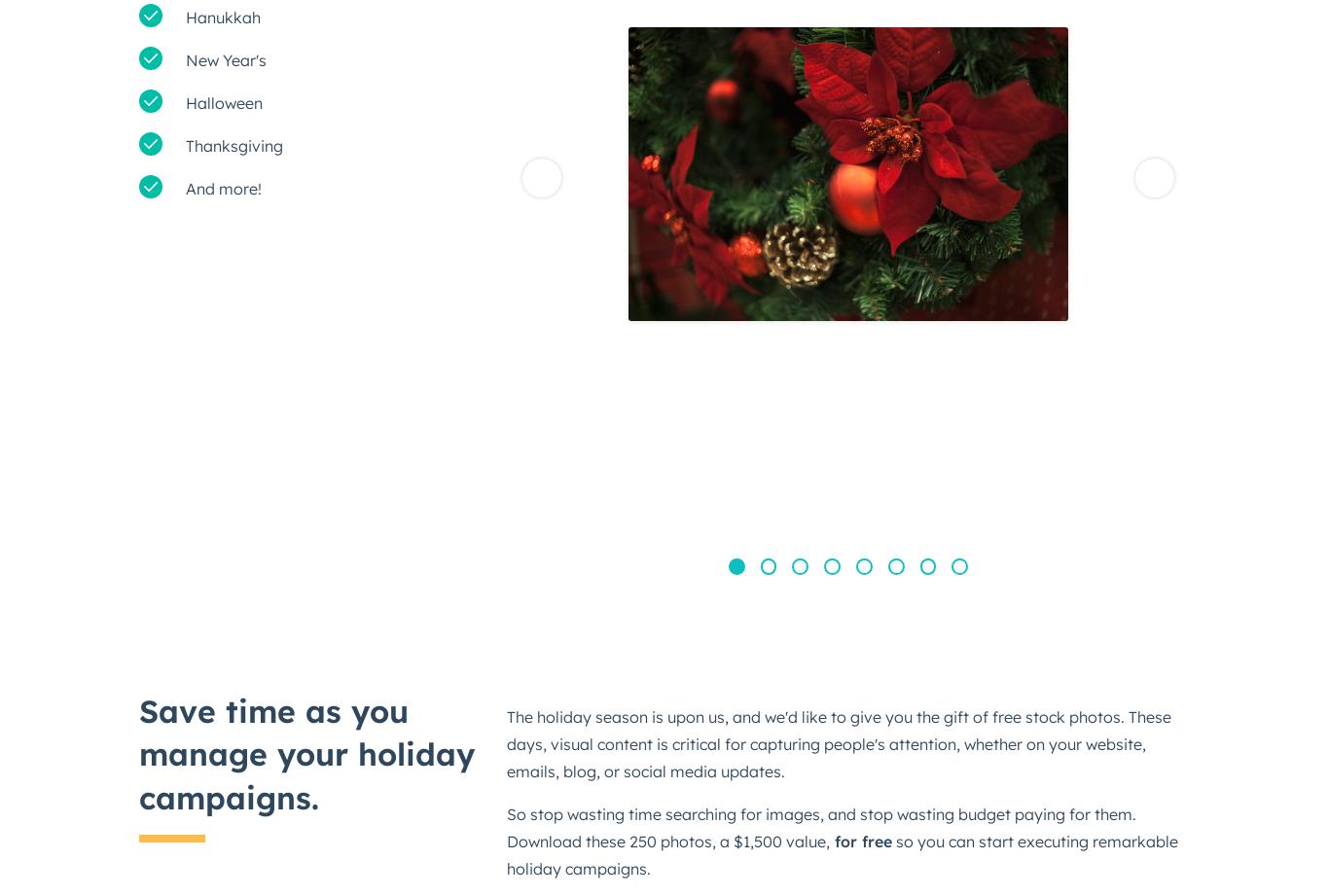  I want to click on 'Hanukkah', so click(223, 17).